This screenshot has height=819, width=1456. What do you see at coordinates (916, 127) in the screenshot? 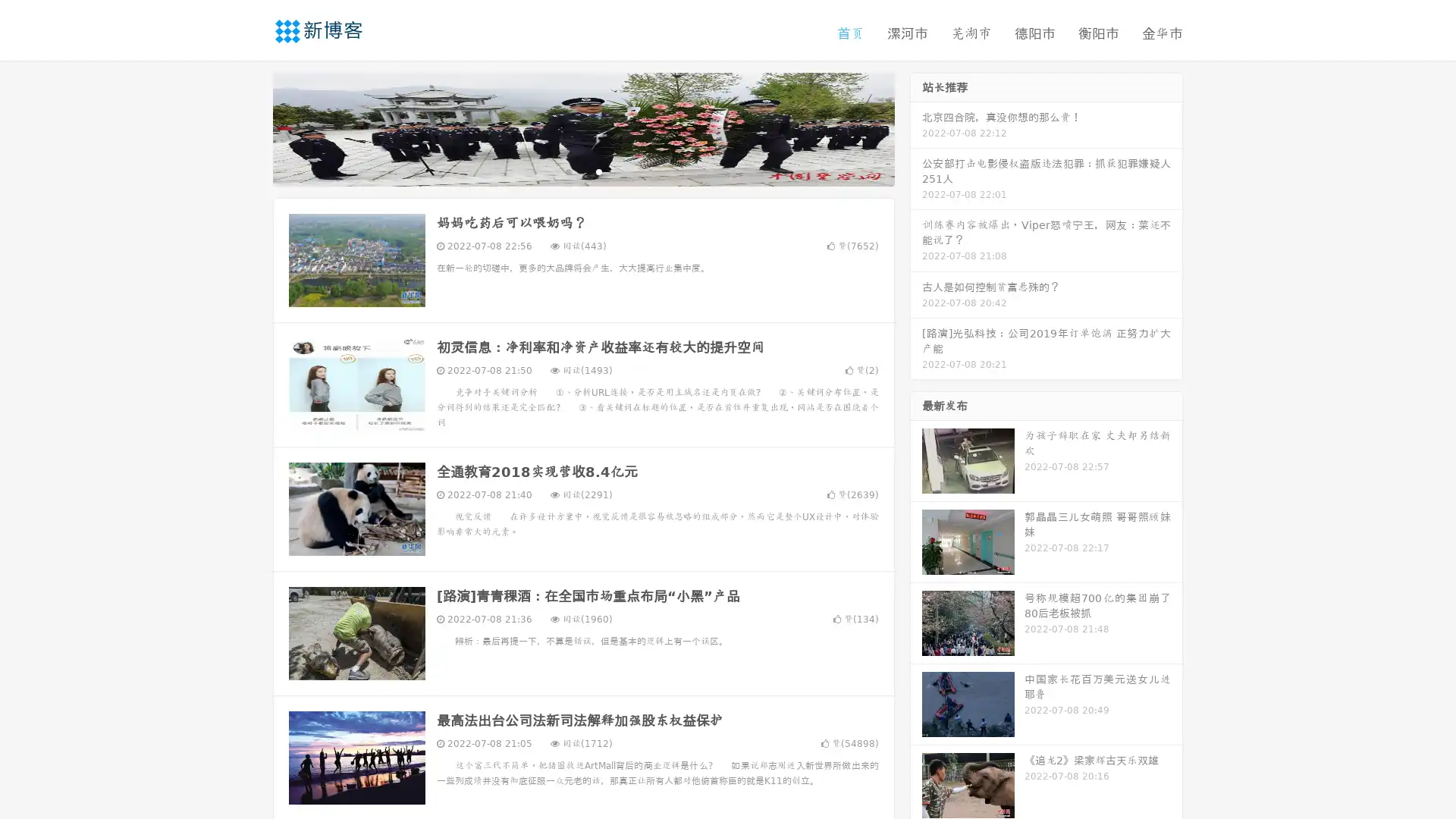
I see `Next slide` at bounding box center [916, 127].